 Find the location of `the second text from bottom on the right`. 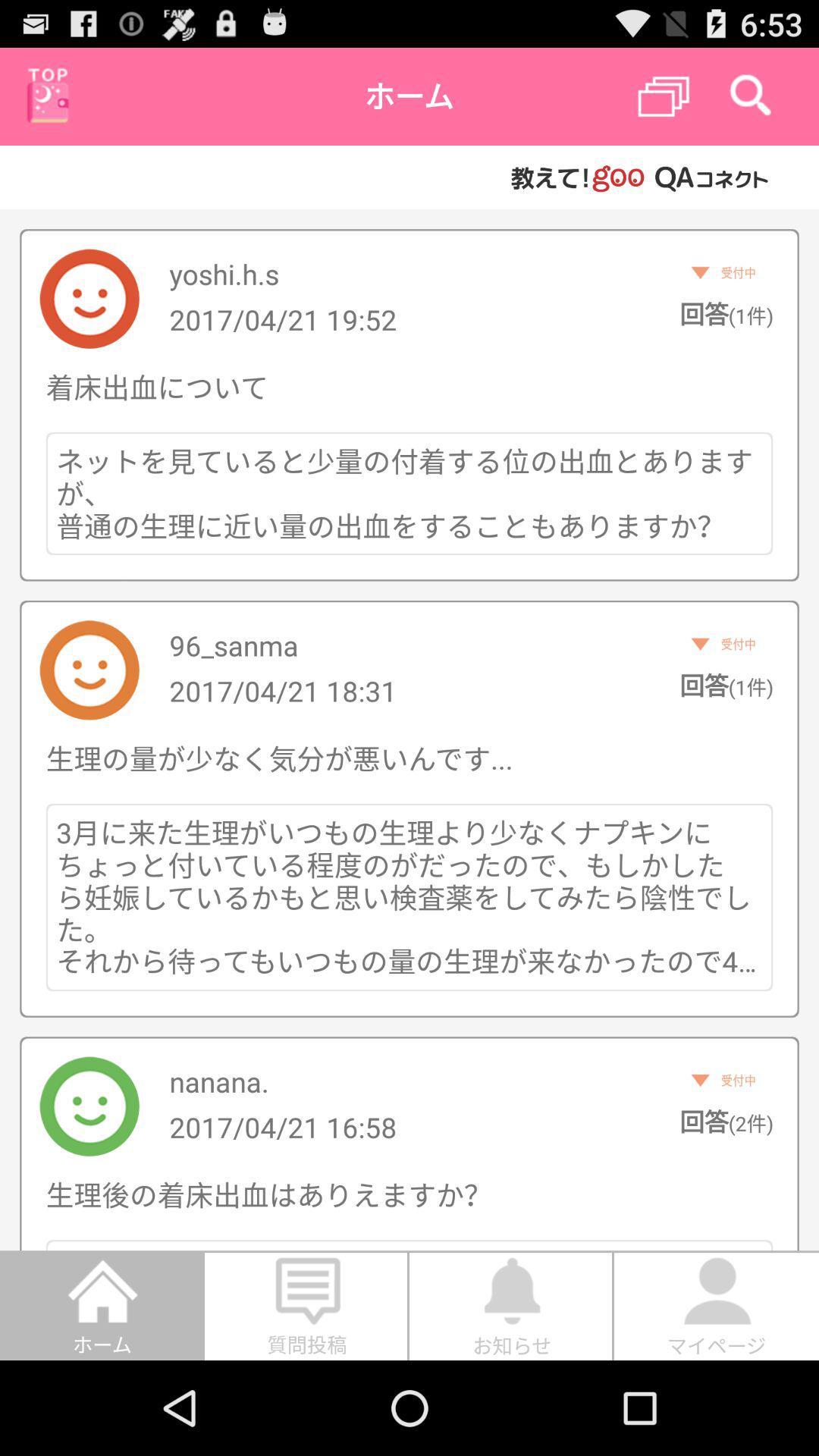

the second text from bottom on the right is located at coordinates (728, 1080).